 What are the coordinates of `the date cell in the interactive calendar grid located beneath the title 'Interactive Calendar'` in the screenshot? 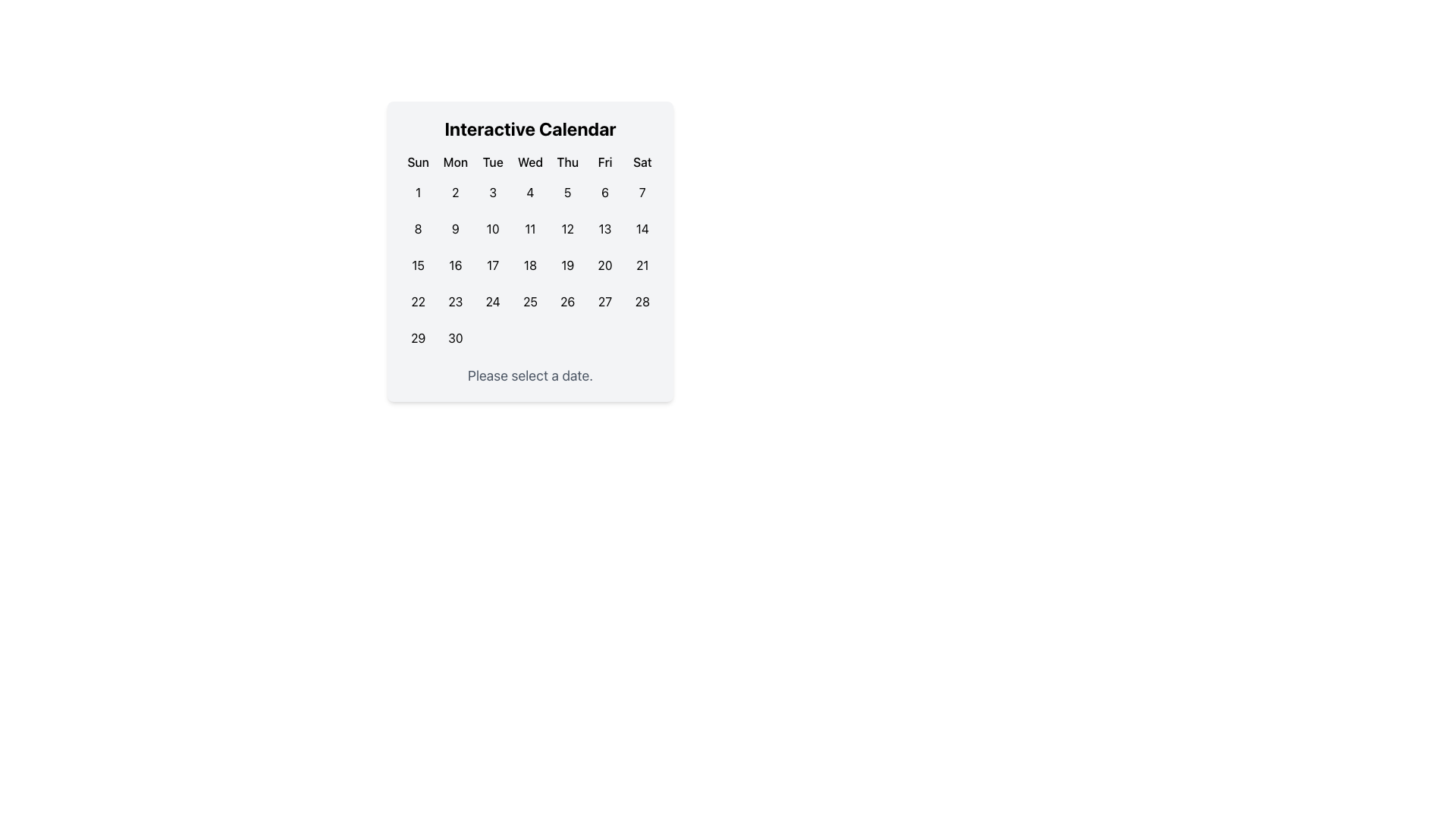 It's located at (530, 253).